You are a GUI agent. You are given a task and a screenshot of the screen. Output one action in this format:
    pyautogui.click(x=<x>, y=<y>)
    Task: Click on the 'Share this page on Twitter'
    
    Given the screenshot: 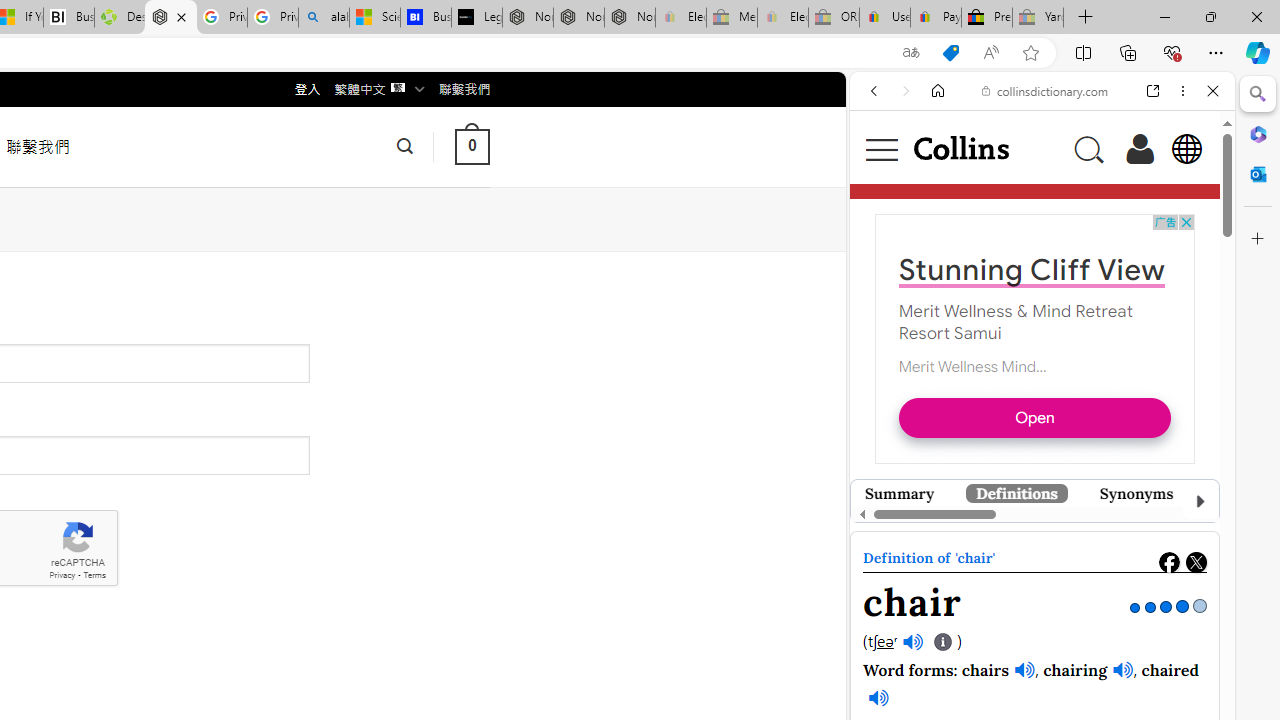 What is the action you would take?
    pyautogui.click(x=1196, y=562)
    